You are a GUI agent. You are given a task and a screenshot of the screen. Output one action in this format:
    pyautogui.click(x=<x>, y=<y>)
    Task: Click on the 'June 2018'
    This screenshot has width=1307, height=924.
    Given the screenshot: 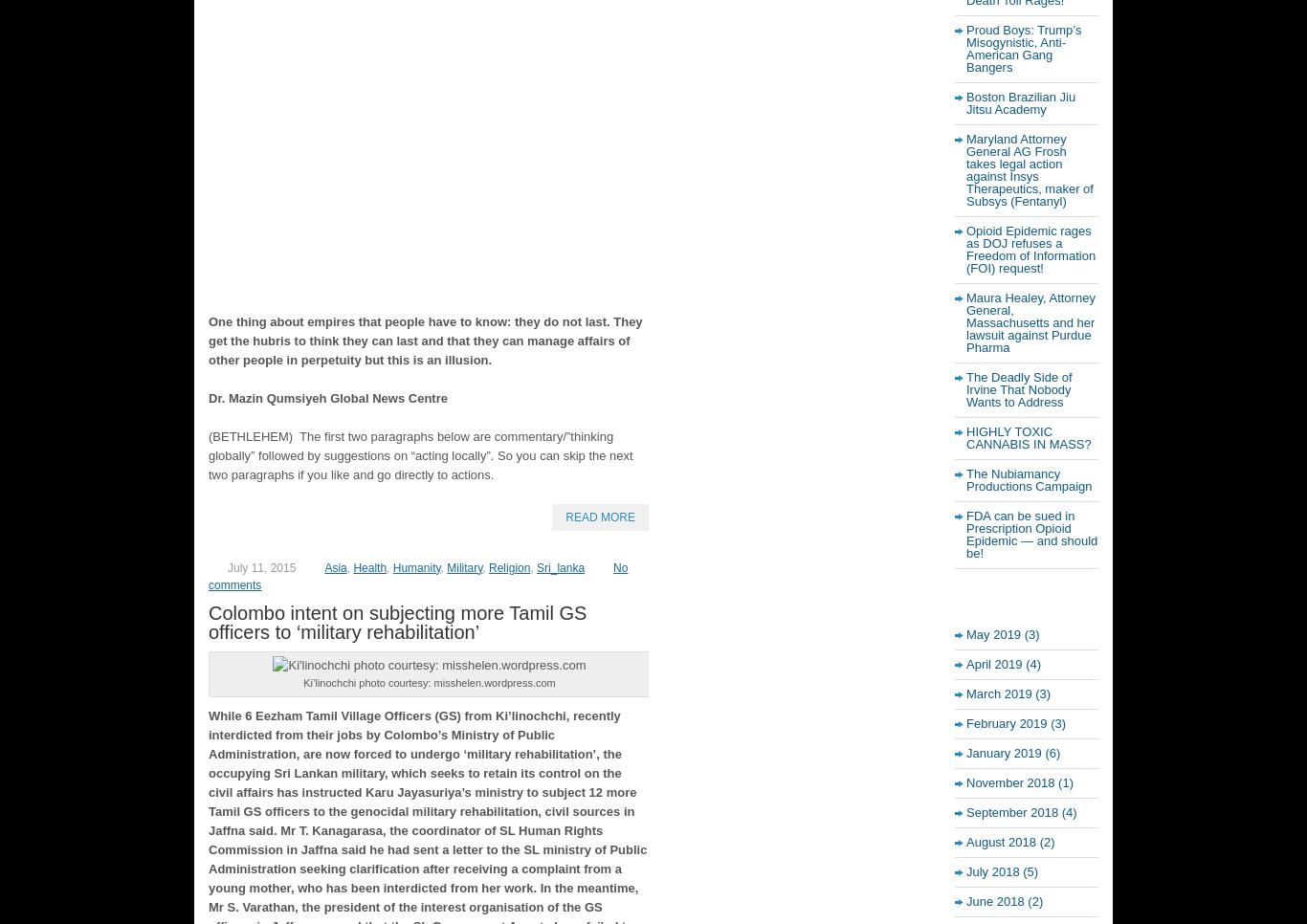 What is the action you would take?
    pyautogui.click(x=993, y=901)
    